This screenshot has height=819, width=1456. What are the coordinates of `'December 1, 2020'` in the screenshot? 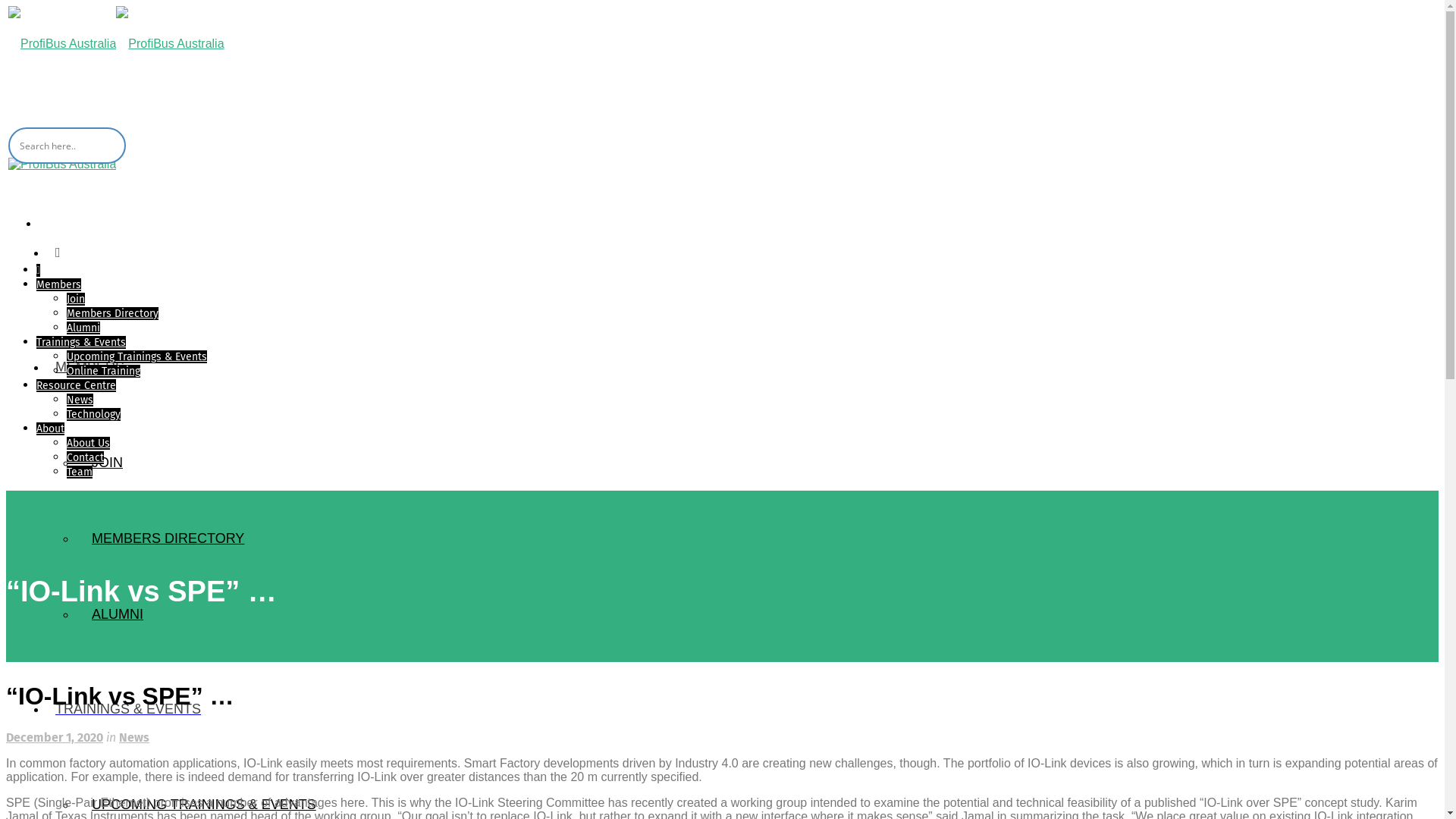 It's located at (55, 736).